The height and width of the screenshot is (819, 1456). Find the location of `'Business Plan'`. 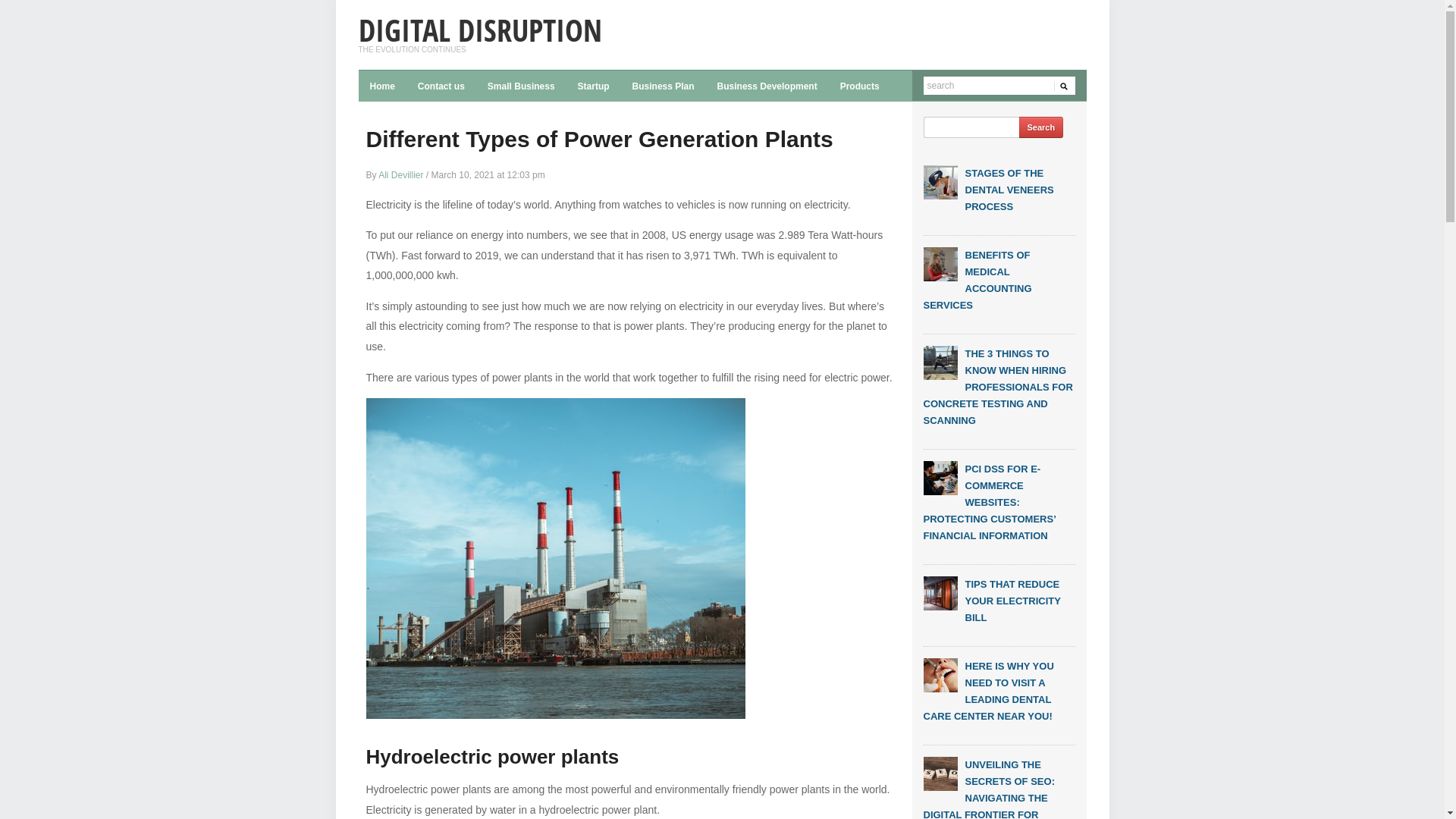

'Business Plan' is located at coordinates (663, 85).